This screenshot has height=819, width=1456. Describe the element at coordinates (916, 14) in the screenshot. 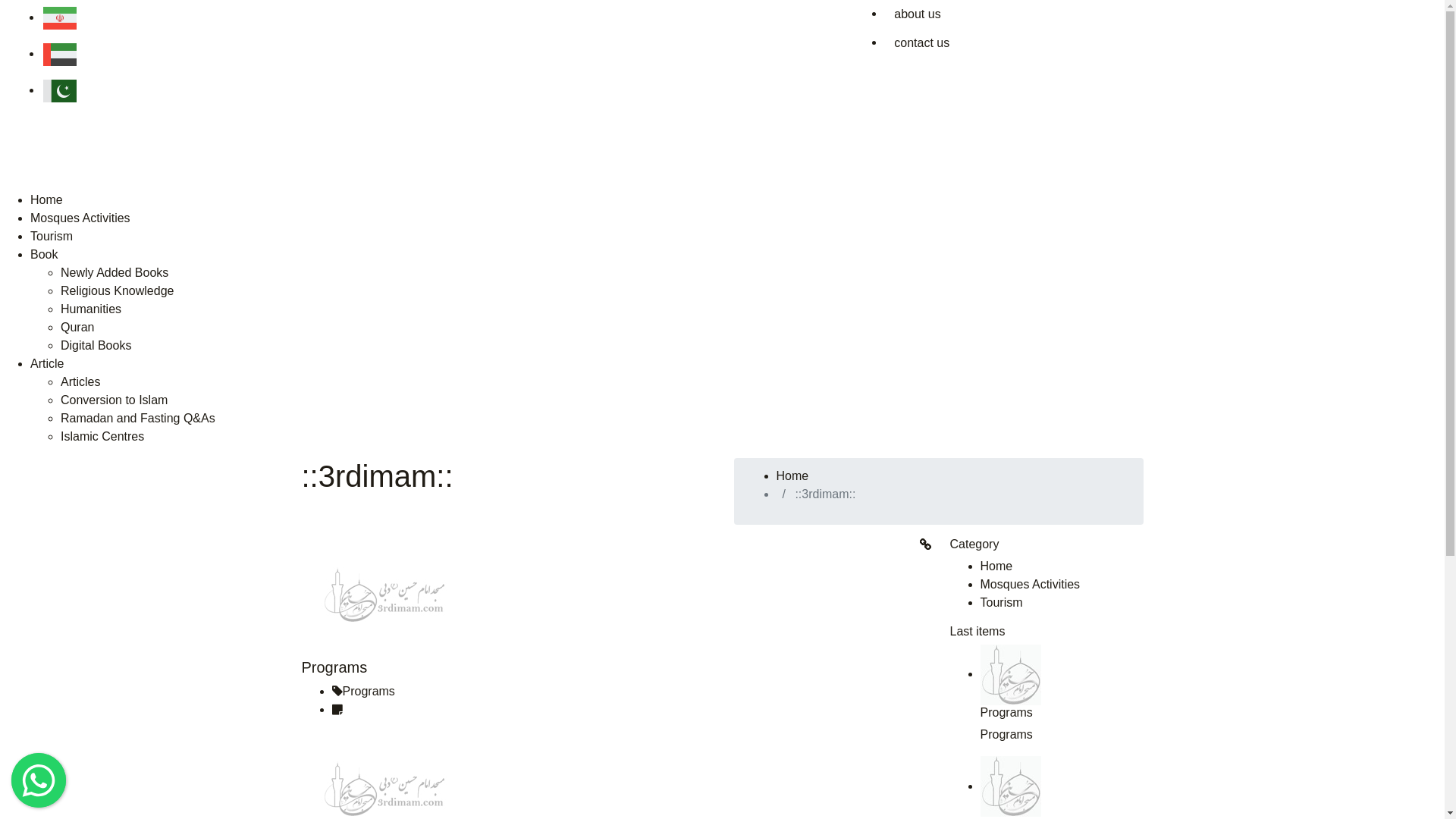

I see `'about us'` at that location.